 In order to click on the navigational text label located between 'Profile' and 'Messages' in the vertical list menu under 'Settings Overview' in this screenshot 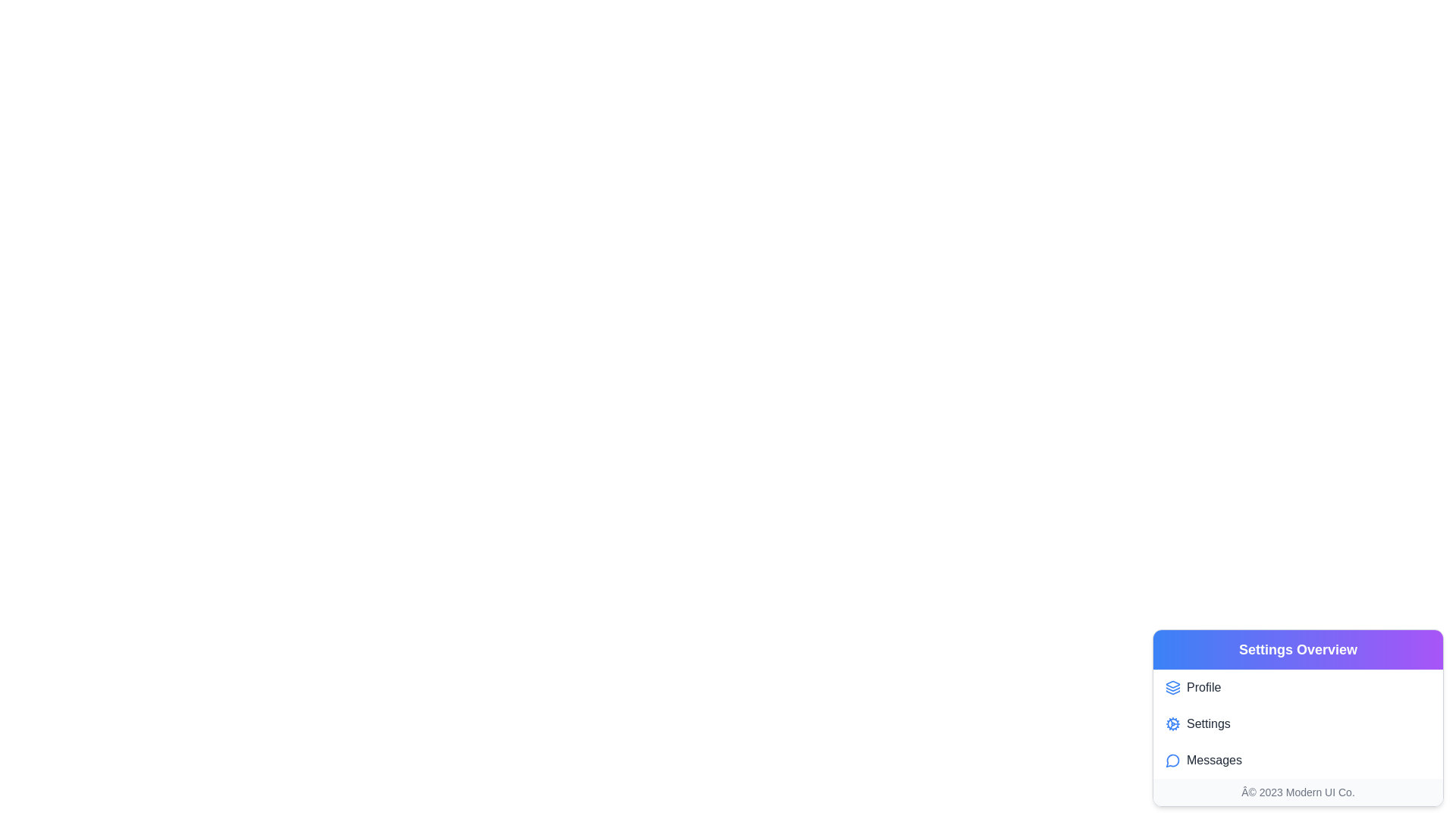, I will do `click(1207, 723)`.